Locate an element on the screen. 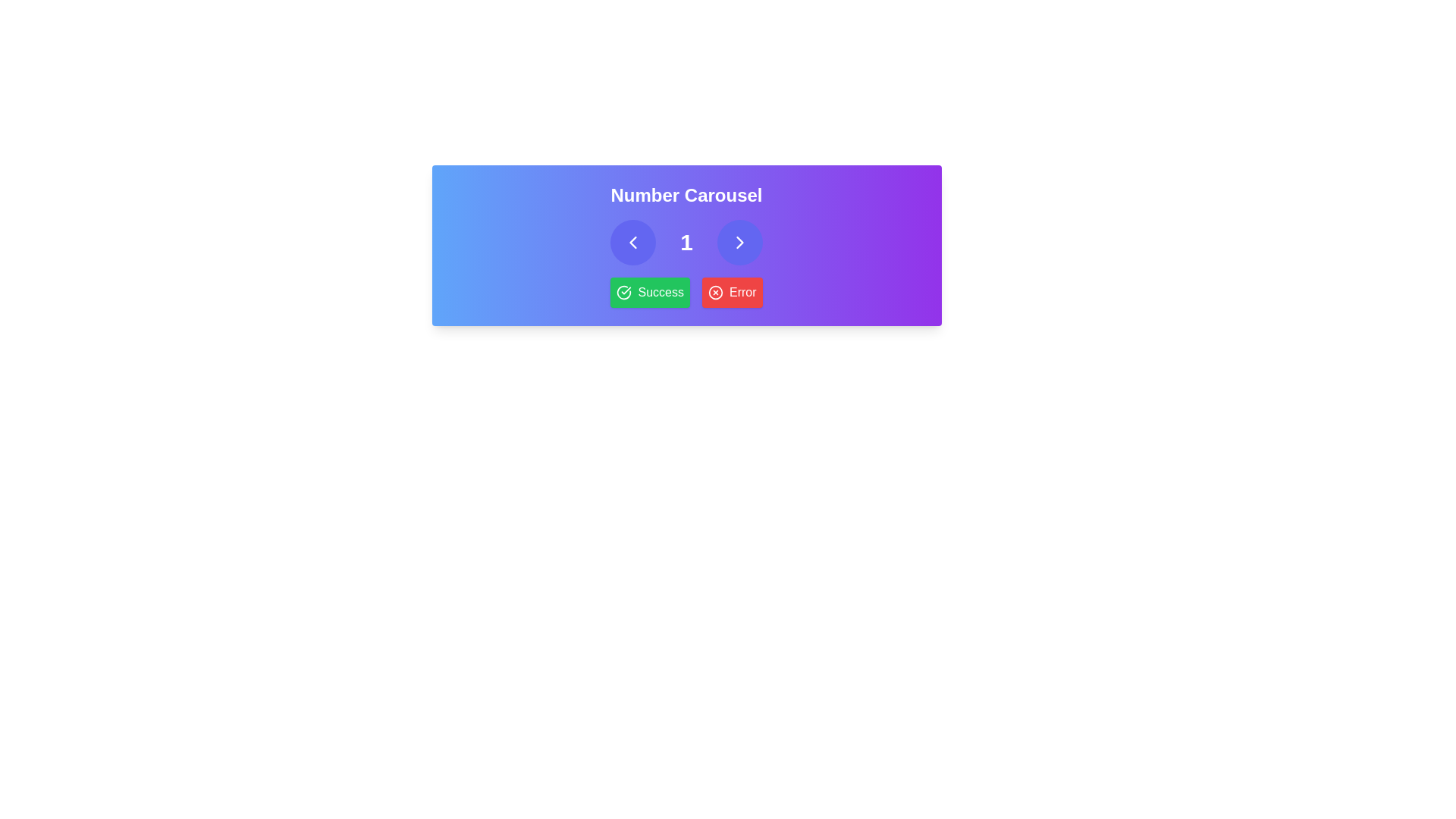 The width and height of the screenshot is (1456, 819). the text element displaying the number '1', which is styled in bold white font and located centrally between navigation arrows in a carousel interface is located at coordinates (686, 242).